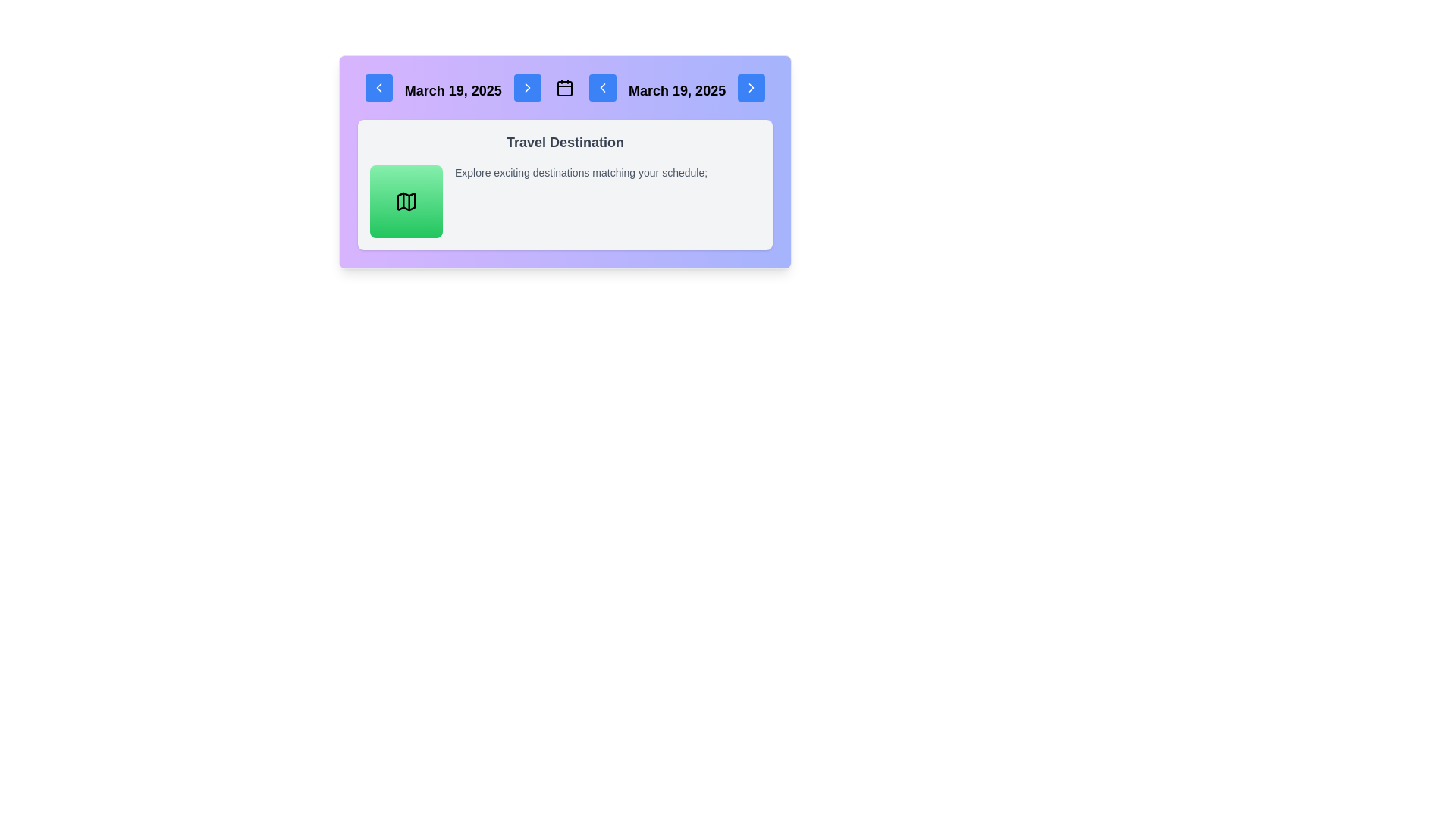  Describe the element at coordinates (602, 87) in the screenshot. I see `the leftward chevron icon in the top-left corner of the header area` at that location.